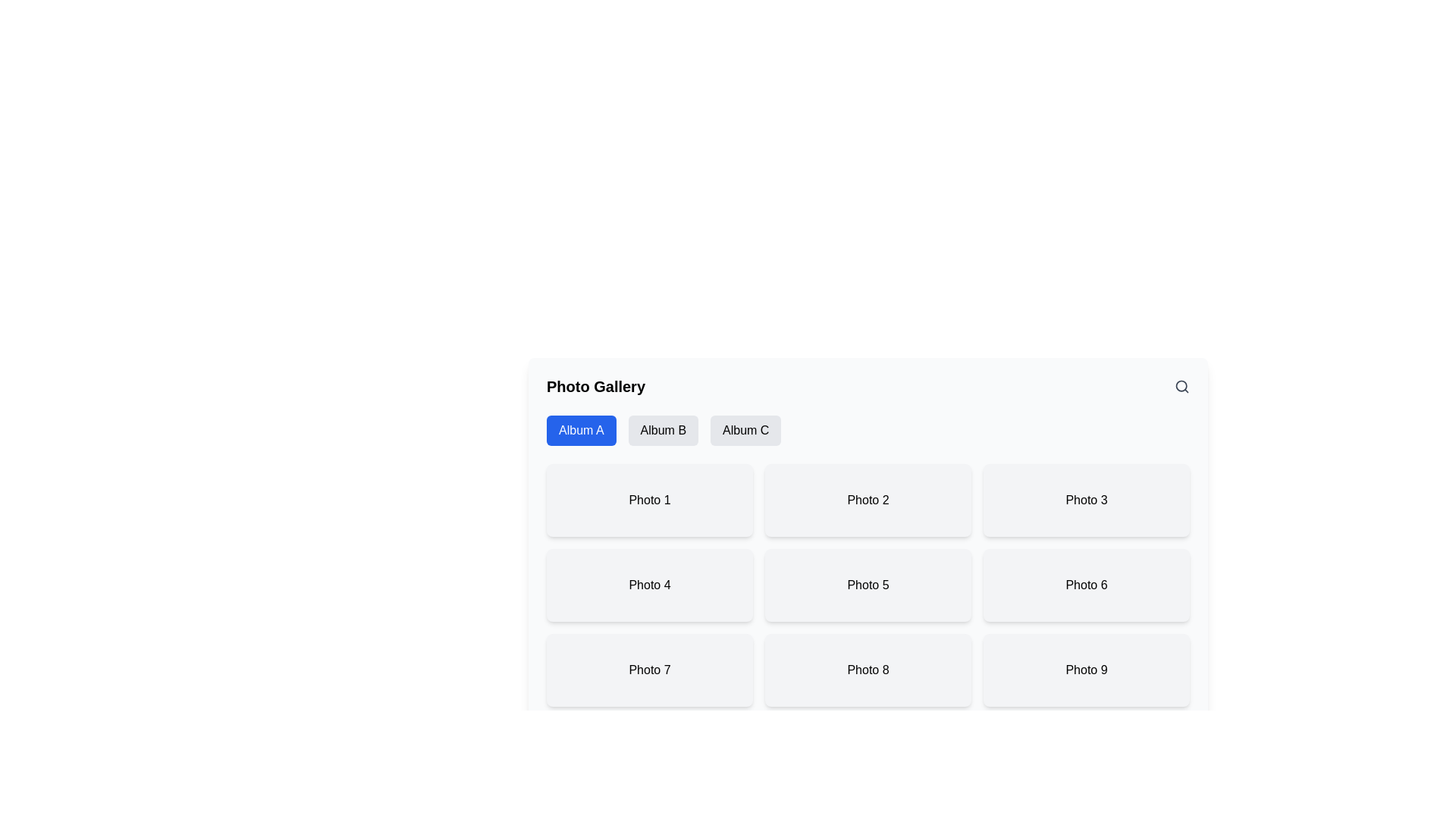  I want to click on the 'Photo 8' card element located in the middle column of the third row in the grid layout, so click(868, 669).